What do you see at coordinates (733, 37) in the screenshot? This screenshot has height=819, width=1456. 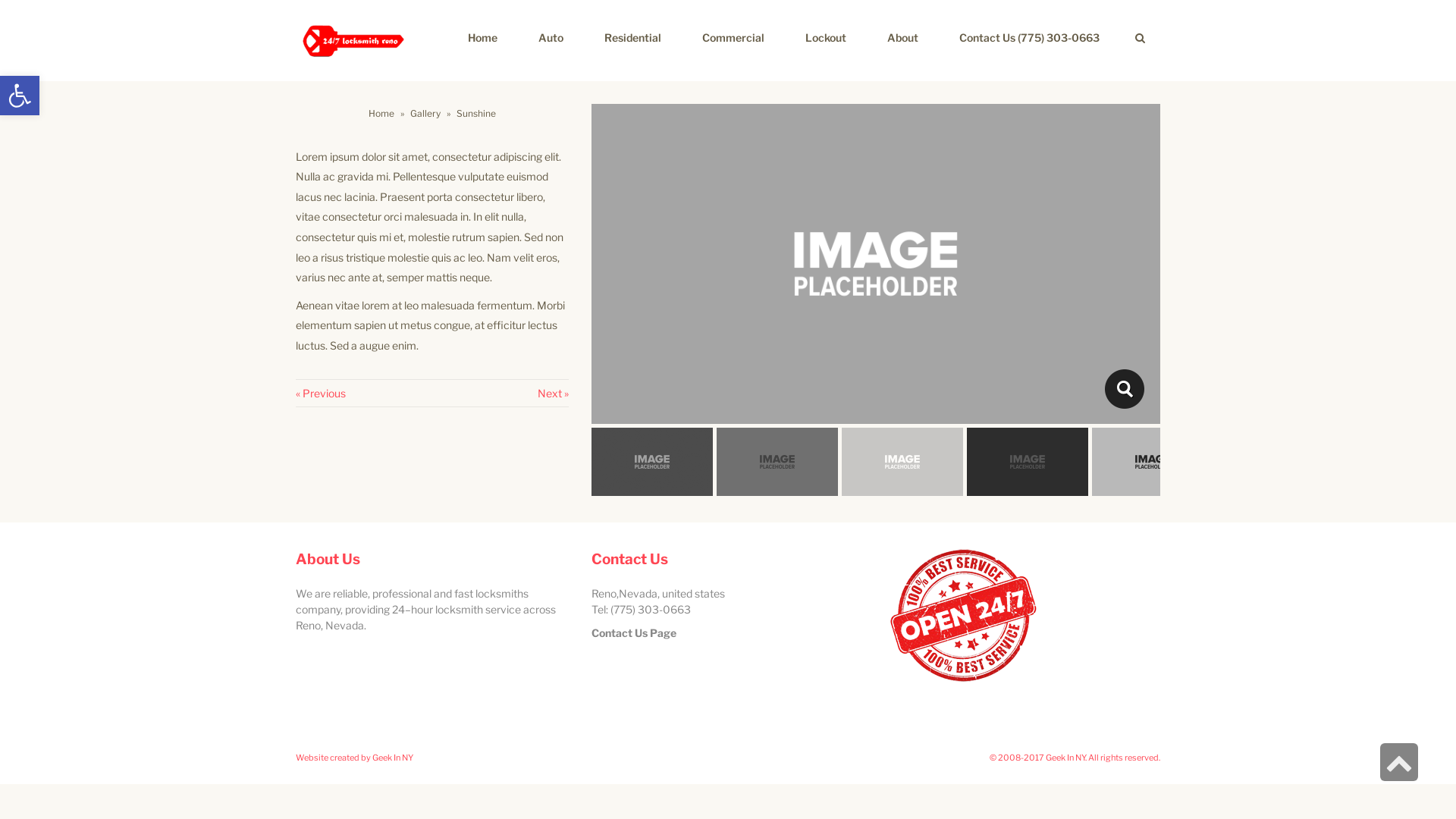 I see `'Commercial'` at bounding box center [733, 37].